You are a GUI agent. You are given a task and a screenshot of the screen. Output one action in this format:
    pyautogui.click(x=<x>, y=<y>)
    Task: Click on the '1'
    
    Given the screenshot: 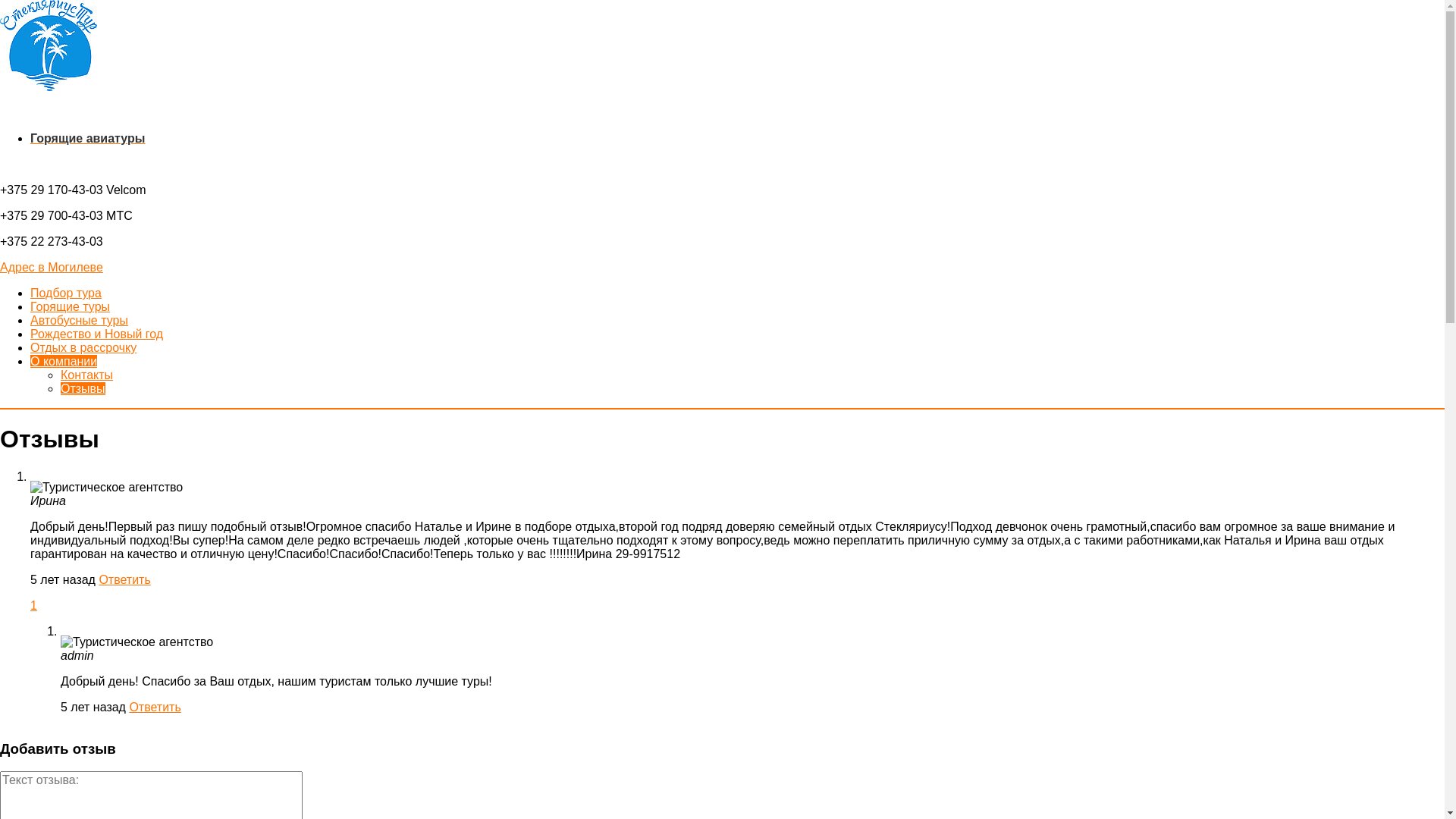 What is the action you would take?
    pyautogui.click(x=33, y=604)
    